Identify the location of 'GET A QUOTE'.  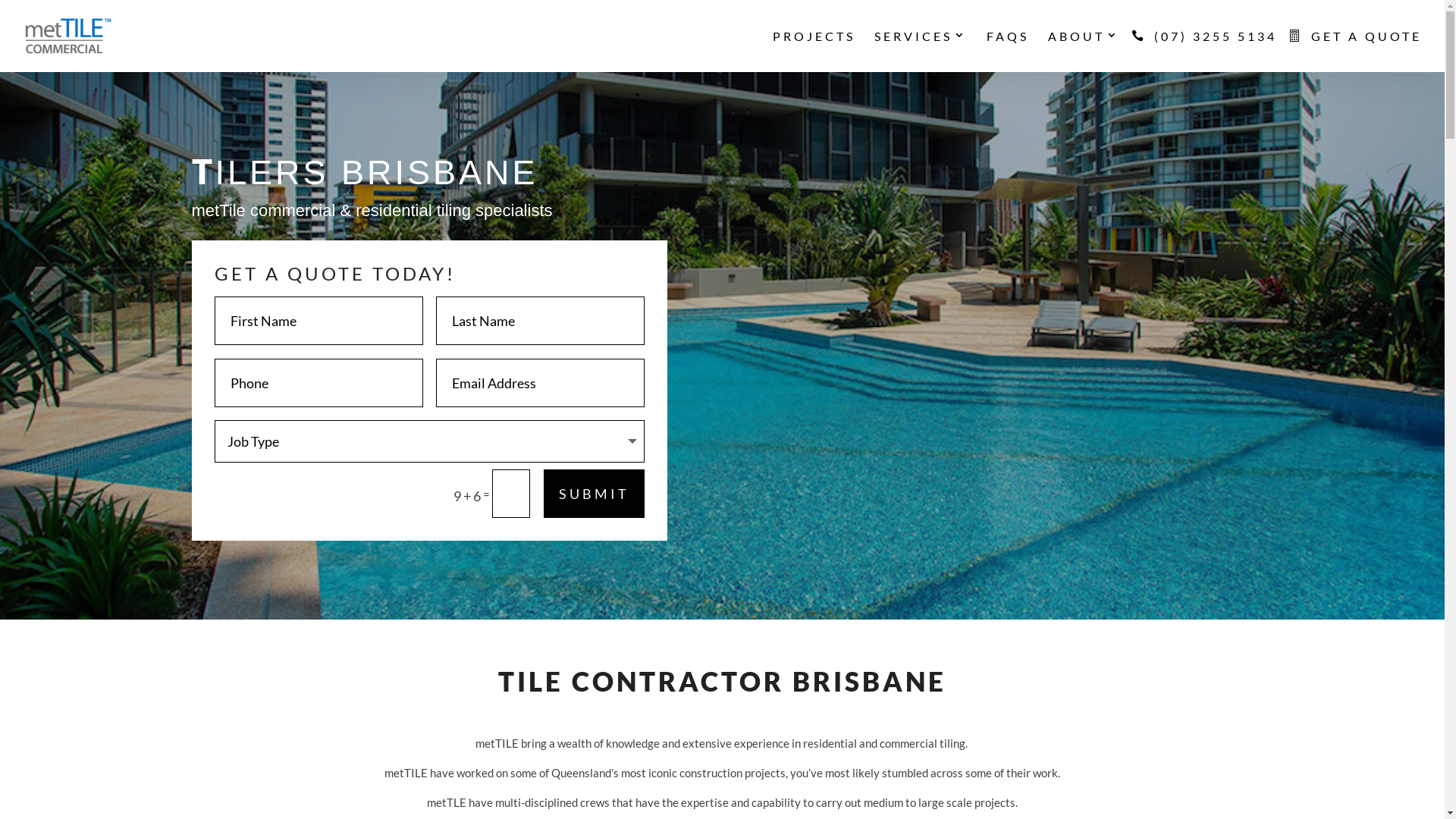
(1358, 50).